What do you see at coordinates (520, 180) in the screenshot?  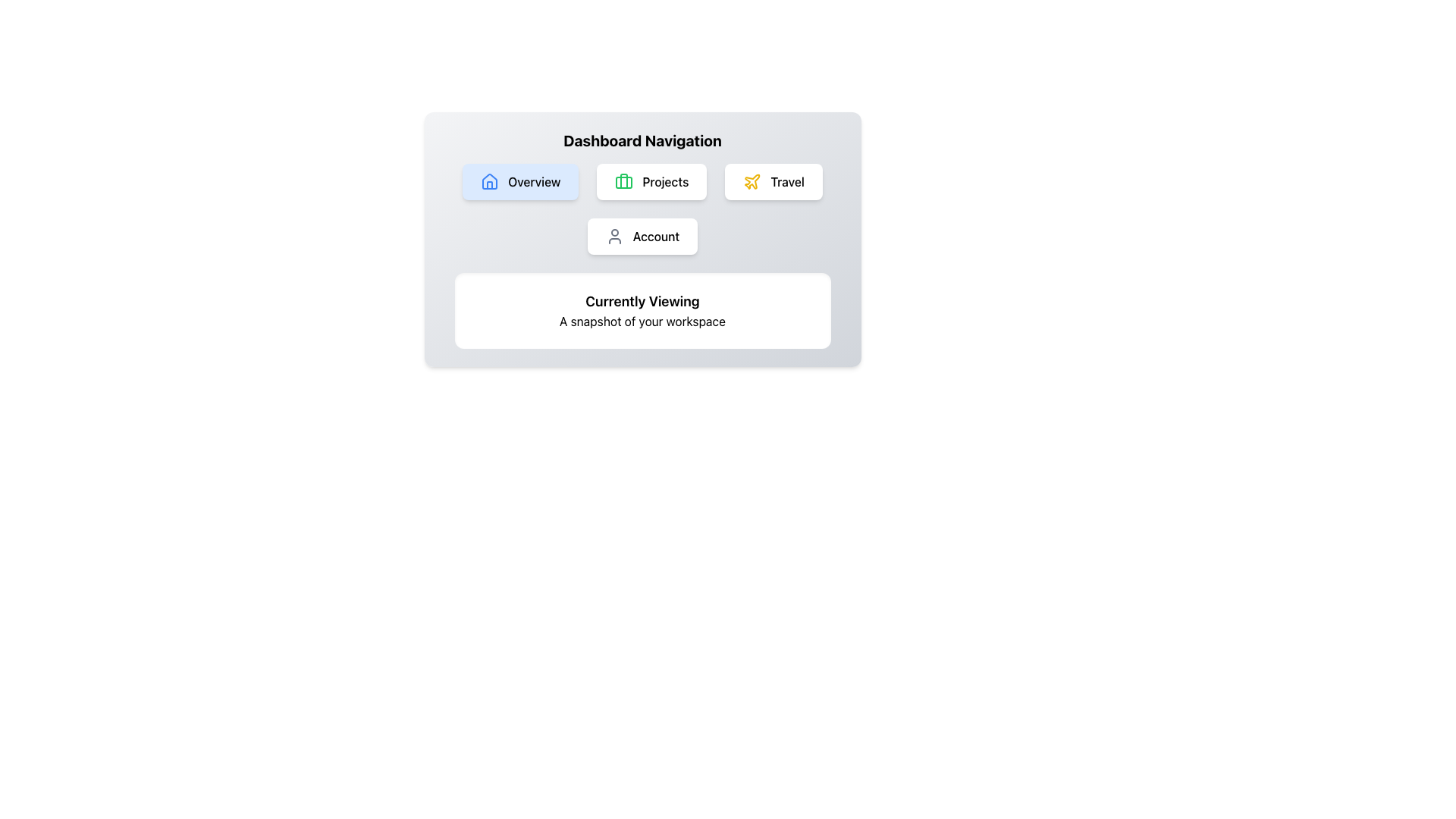 I see `the 'Overview' navigation button, which is the first button from the left in the 'Dashboard Navigation' menu, to trigger potential visual feedback` at bounding box center [520, 180].